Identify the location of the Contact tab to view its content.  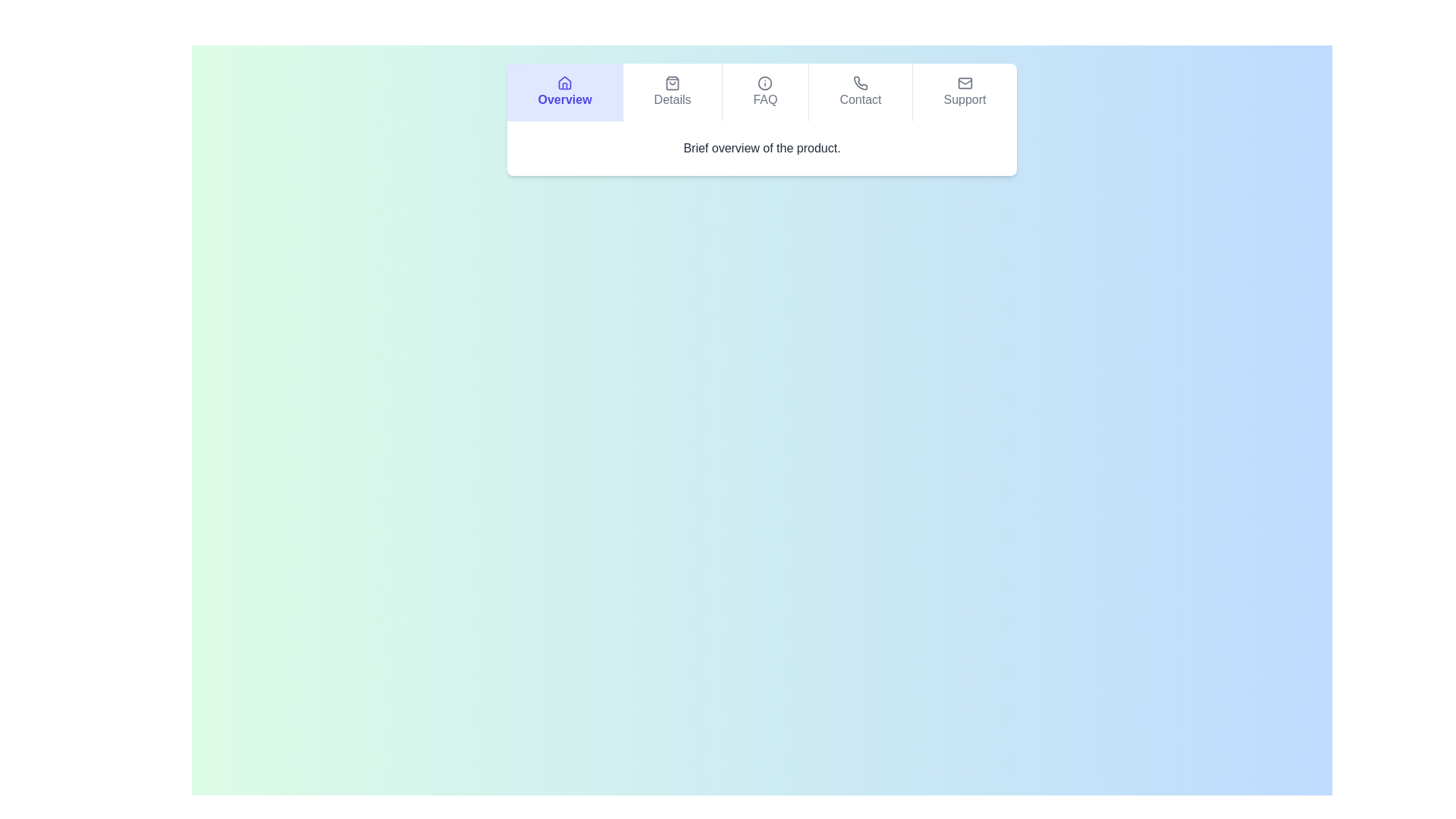
(859, 93).